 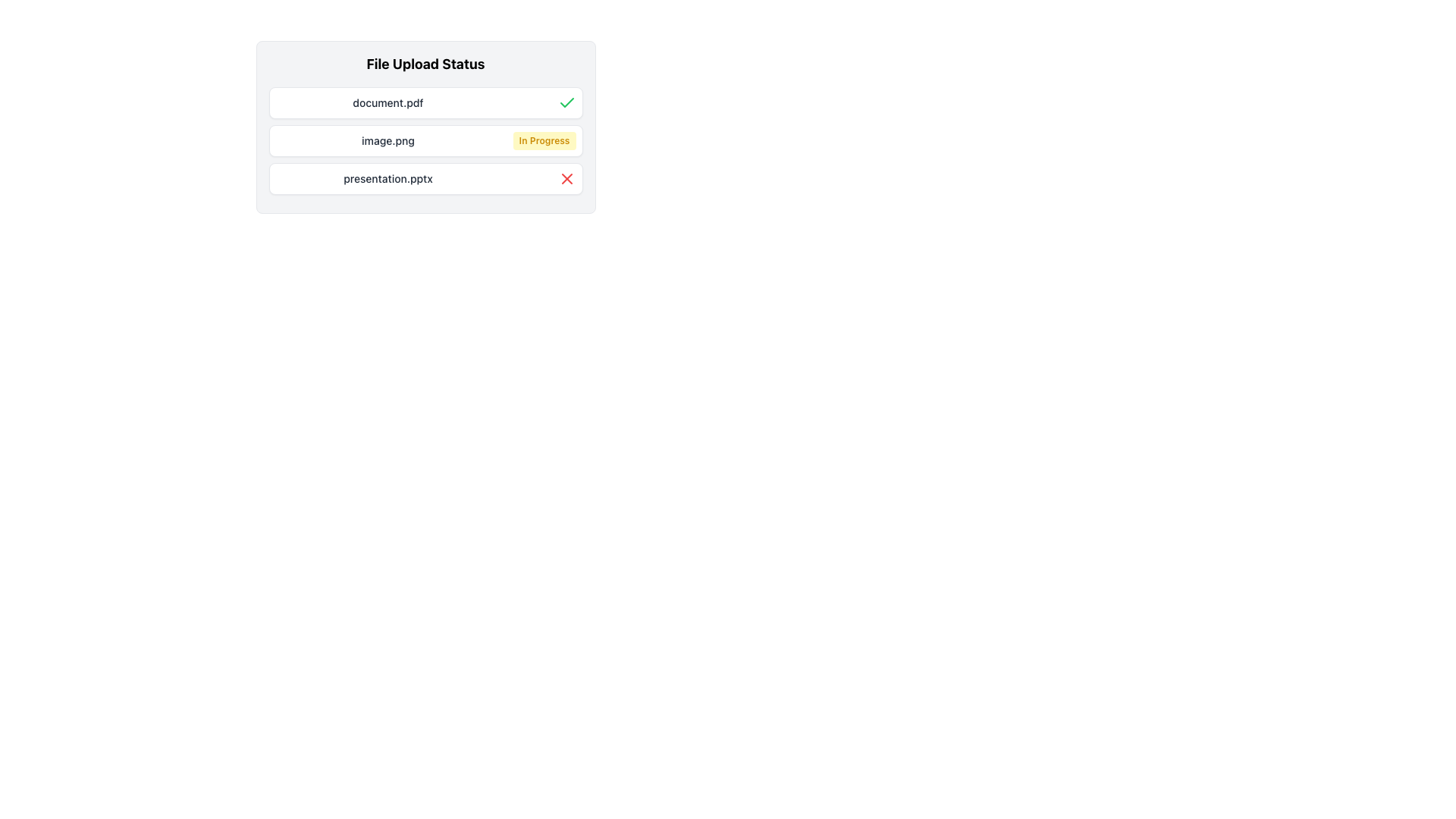 I want to click on the completion status icon located at the far right of the first row, next to the filename 'document.pdf', so click(x=566, y=102).